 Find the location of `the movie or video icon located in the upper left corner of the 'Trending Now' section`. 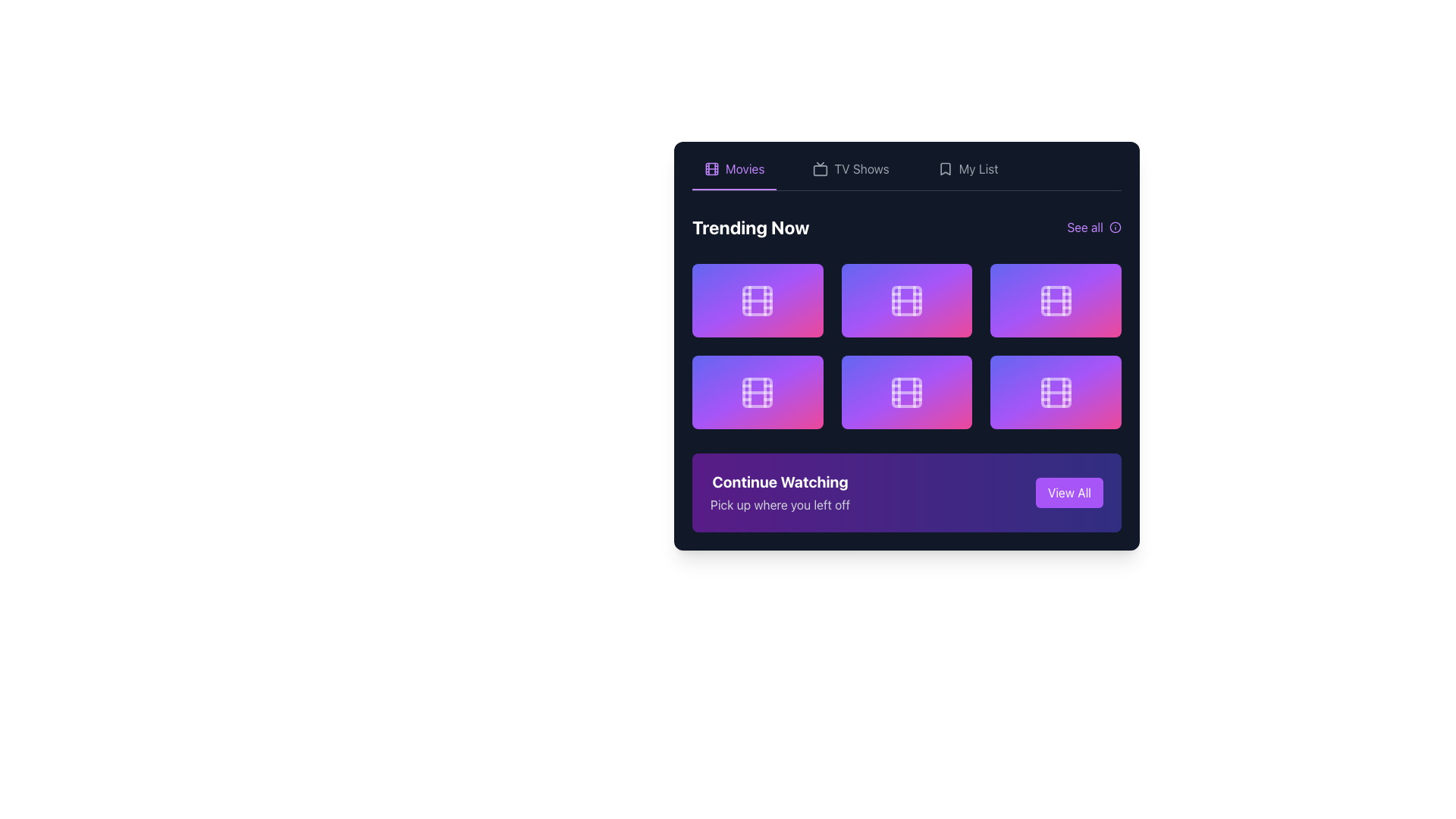

the movie or video icon located in the upper left corner of the 'Trending Now' section is located at coordinates (758, 300).